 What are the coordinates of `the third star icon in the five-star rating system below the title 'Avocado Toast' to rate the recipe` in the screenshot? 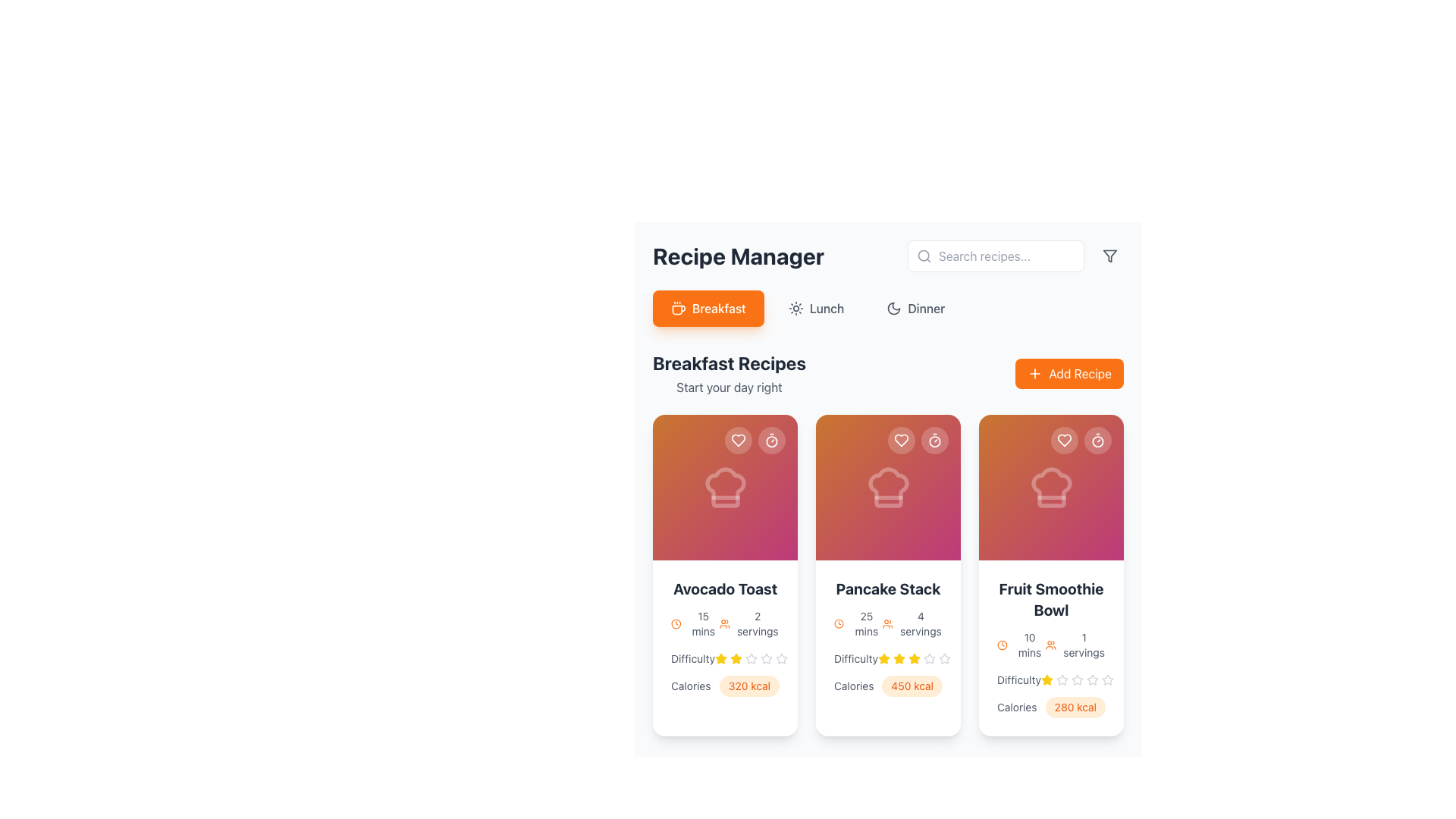 It's located at (766, 657).